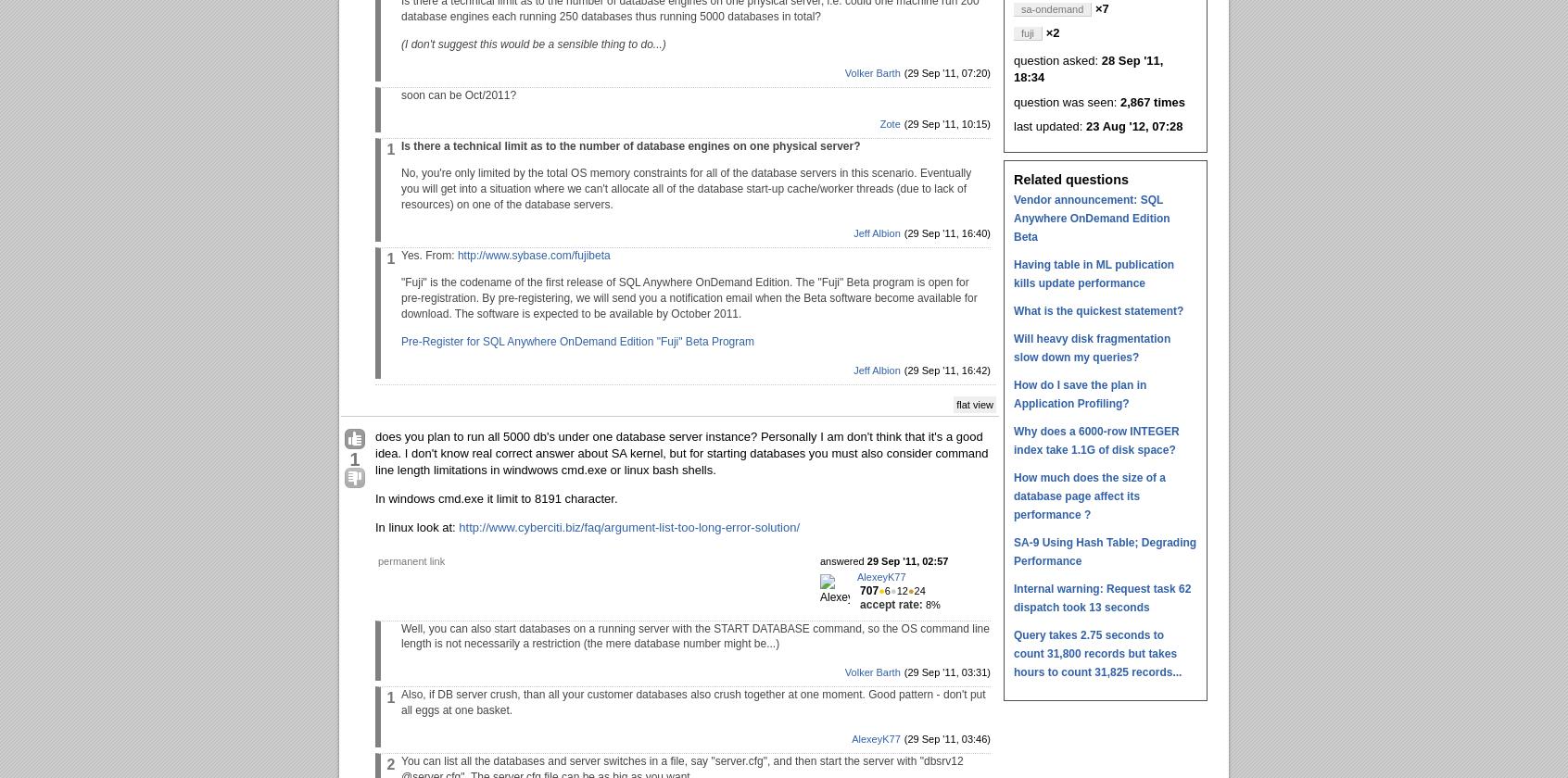 This screenshot has width=1568, height=778. I want to click on '(29 Sep '11, 07:20)', so click(945, 72).